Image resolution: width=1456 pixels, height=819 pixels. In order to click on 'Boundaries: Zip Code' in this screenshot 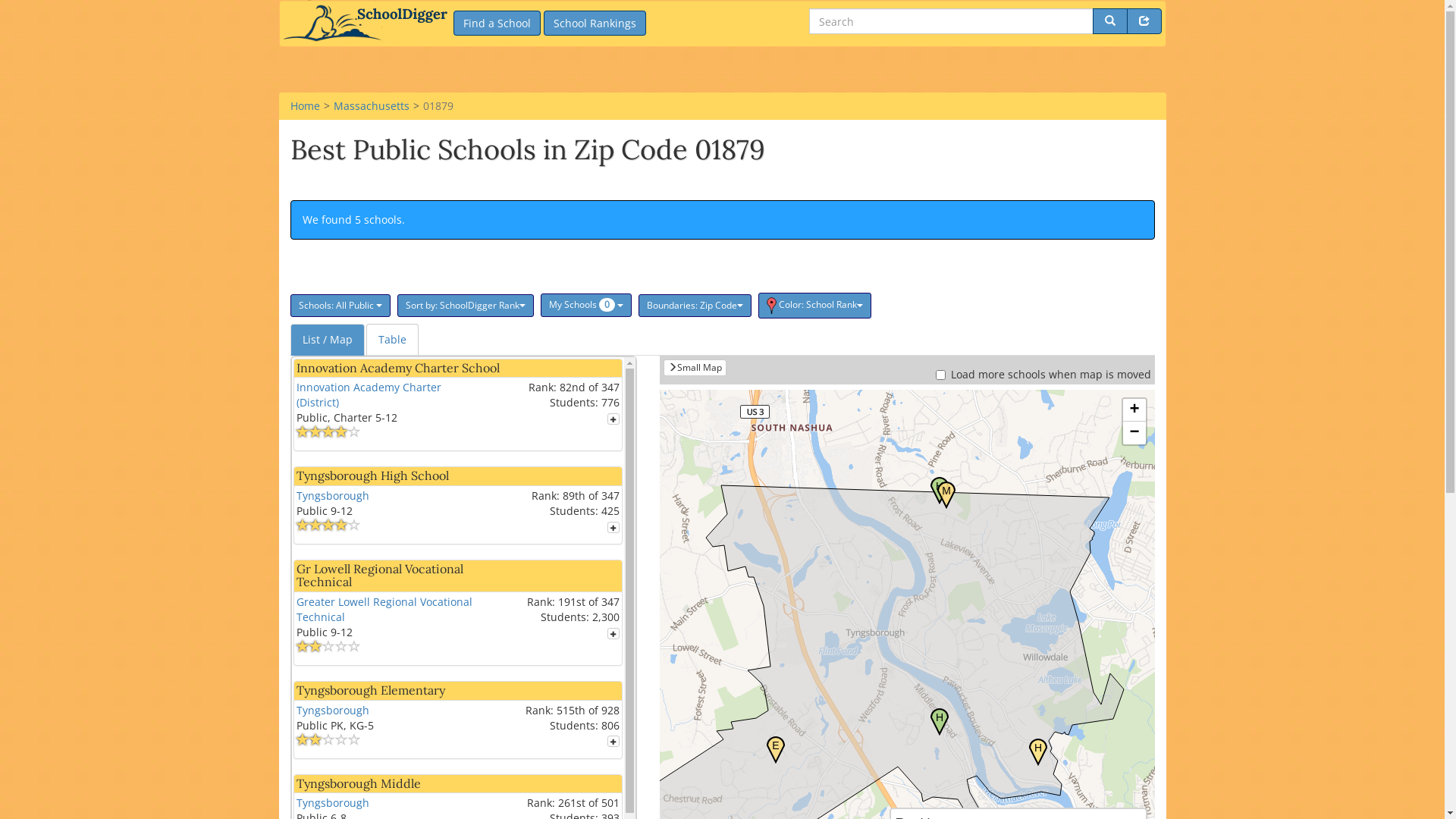, I will do `click(694, 305)`.